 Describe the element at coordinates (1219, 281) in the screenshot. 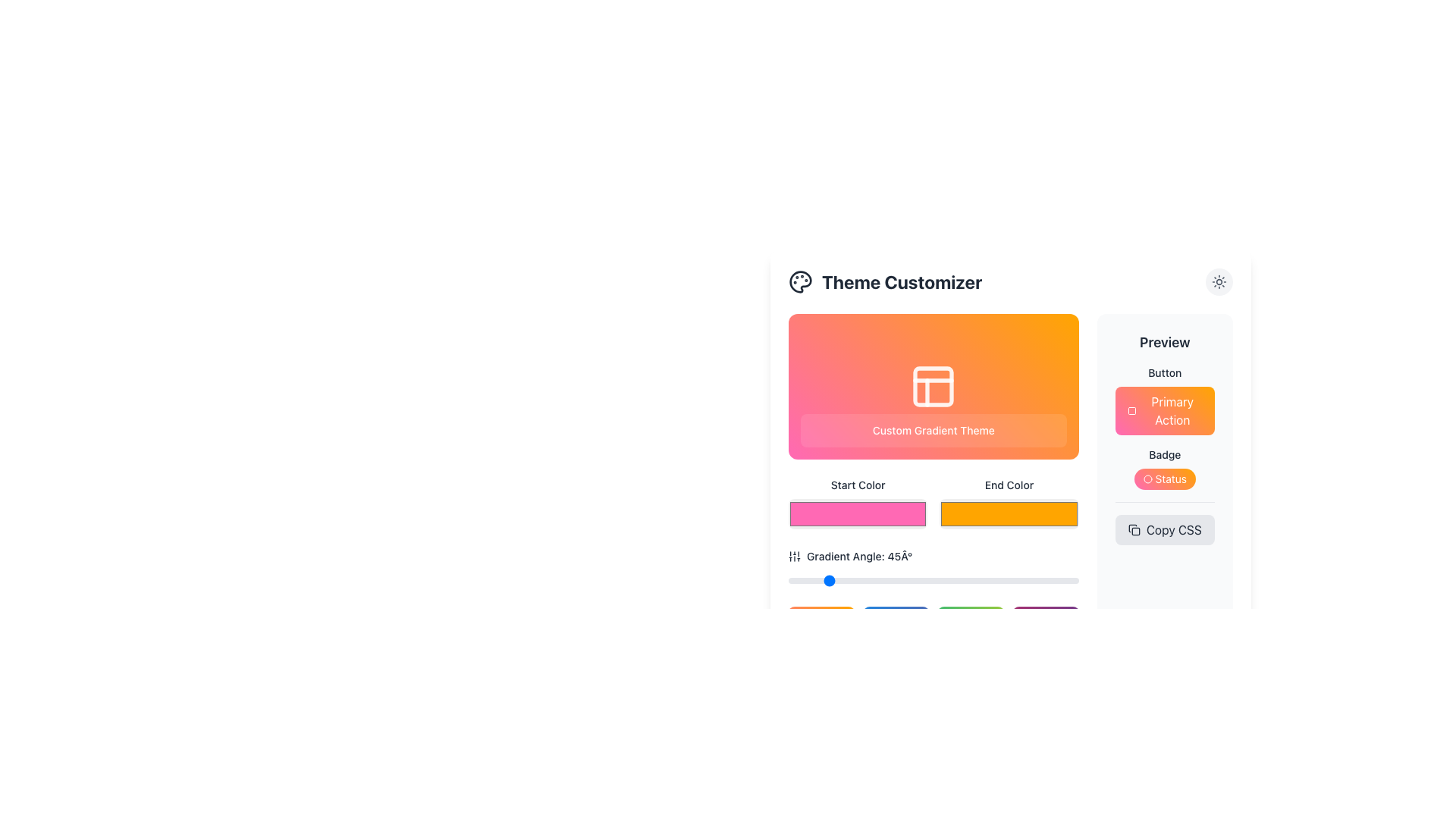

I see `the theme-related icon located within a rounded button in the top-right corner of the interface` at that location.